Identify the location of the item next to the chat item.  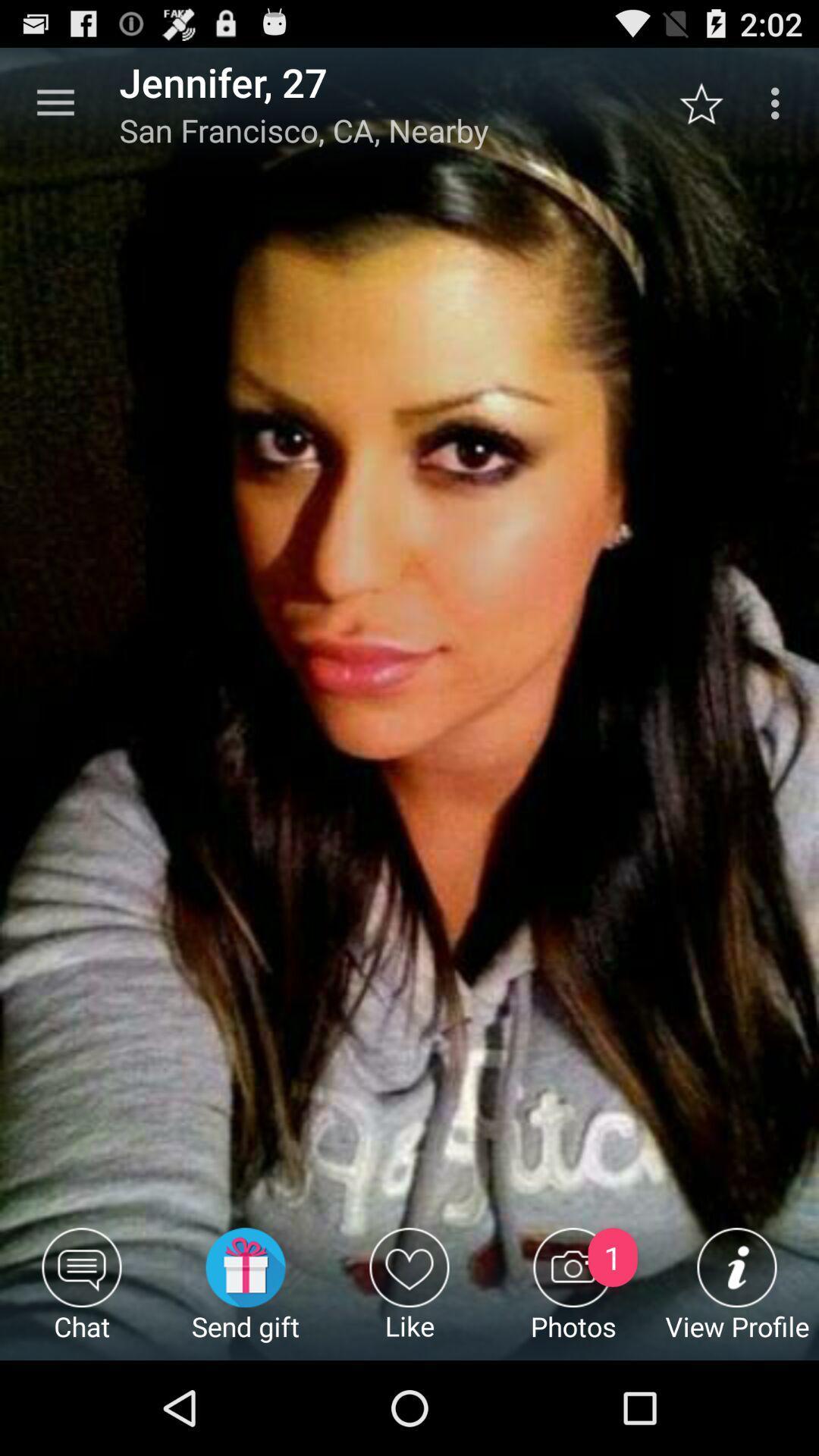
(245, 1293).